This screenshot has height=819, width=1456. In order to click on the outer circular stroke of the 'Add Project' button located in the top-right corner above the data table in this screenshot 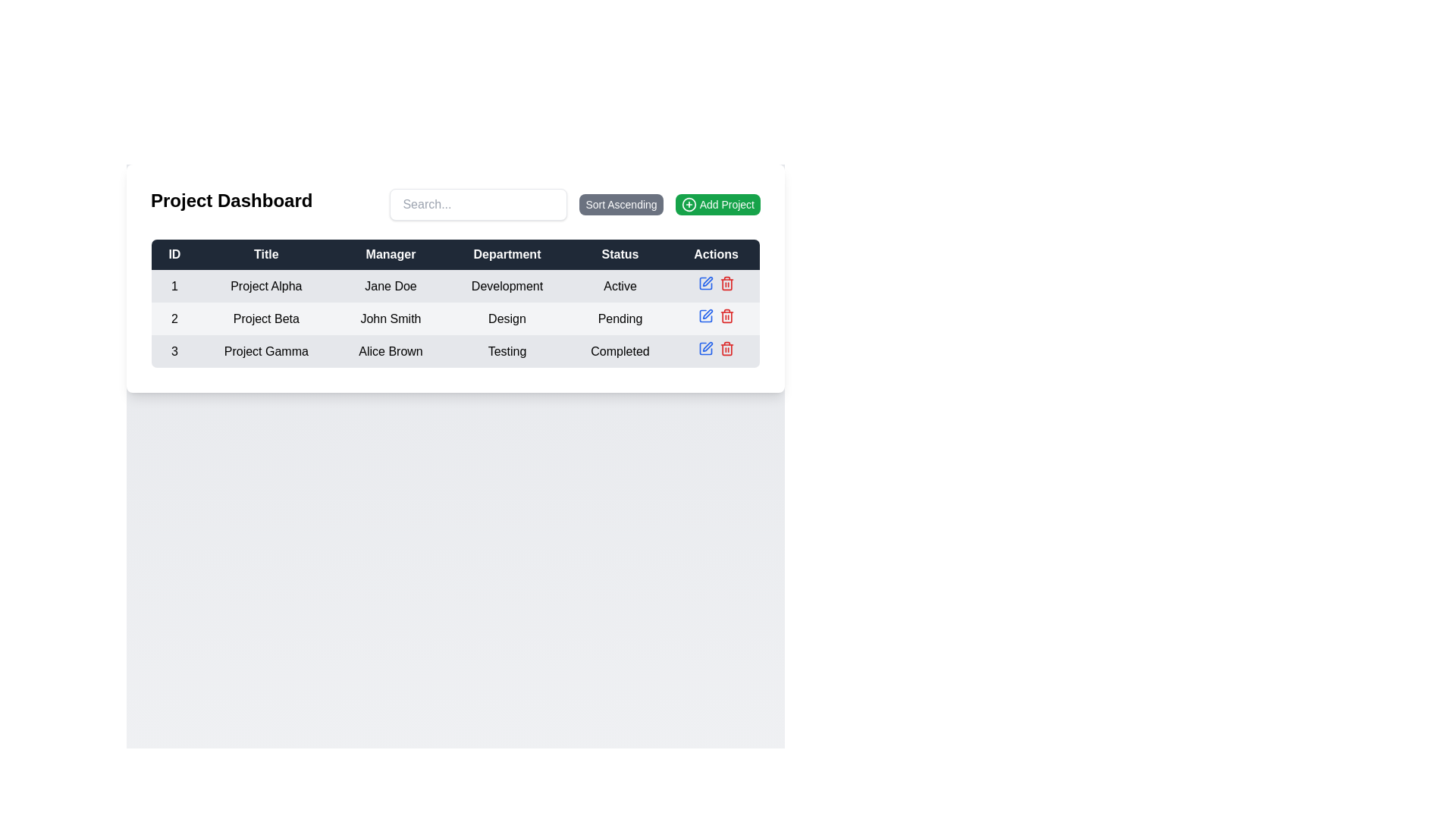, I will do `click(688, 205)`.